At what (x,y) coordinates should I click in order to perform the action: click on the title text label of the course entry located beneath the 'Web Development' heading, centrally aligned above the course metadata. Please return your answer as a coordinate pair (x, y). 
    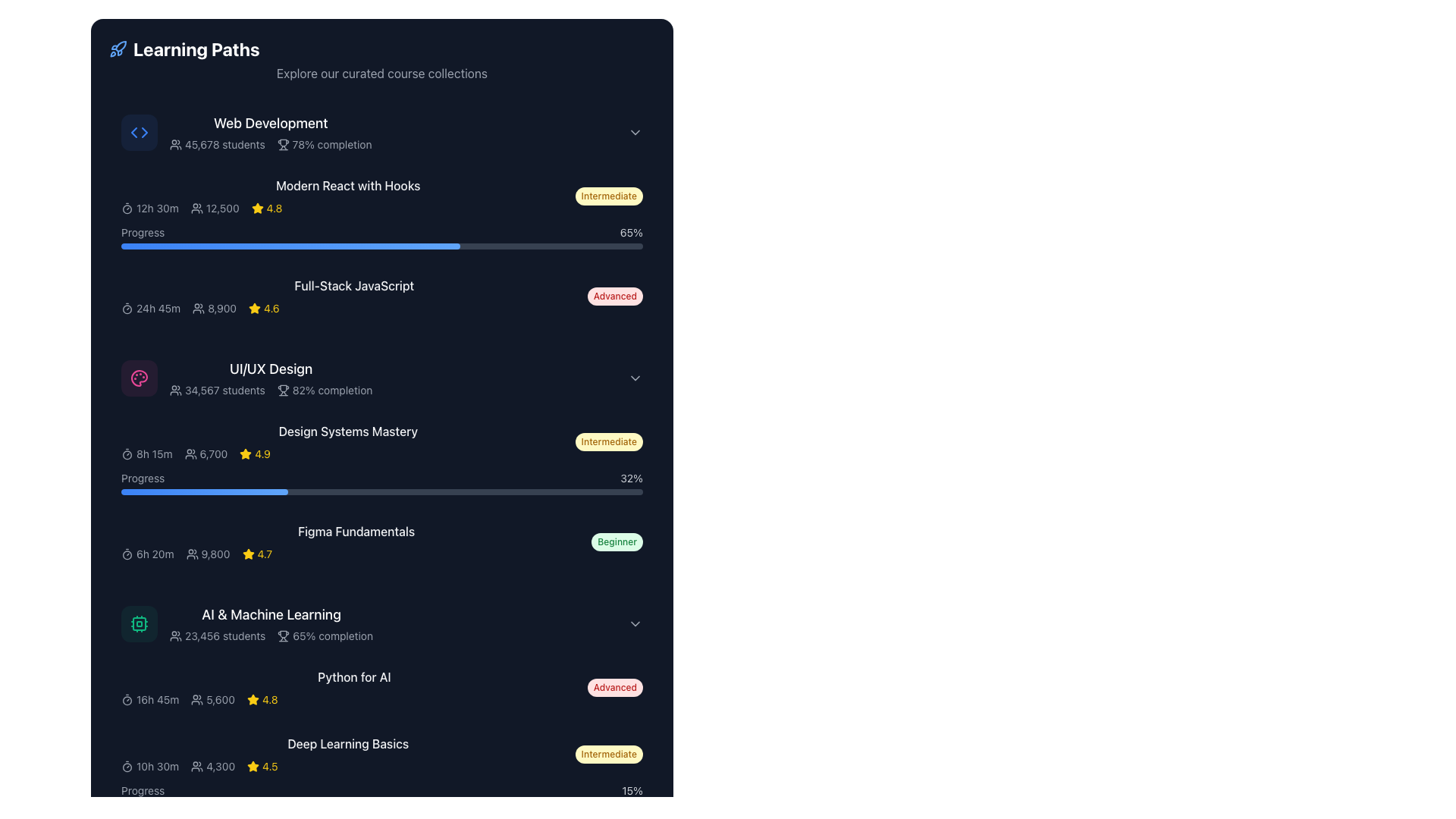
    Looking at the image, I should click on (347, 185).